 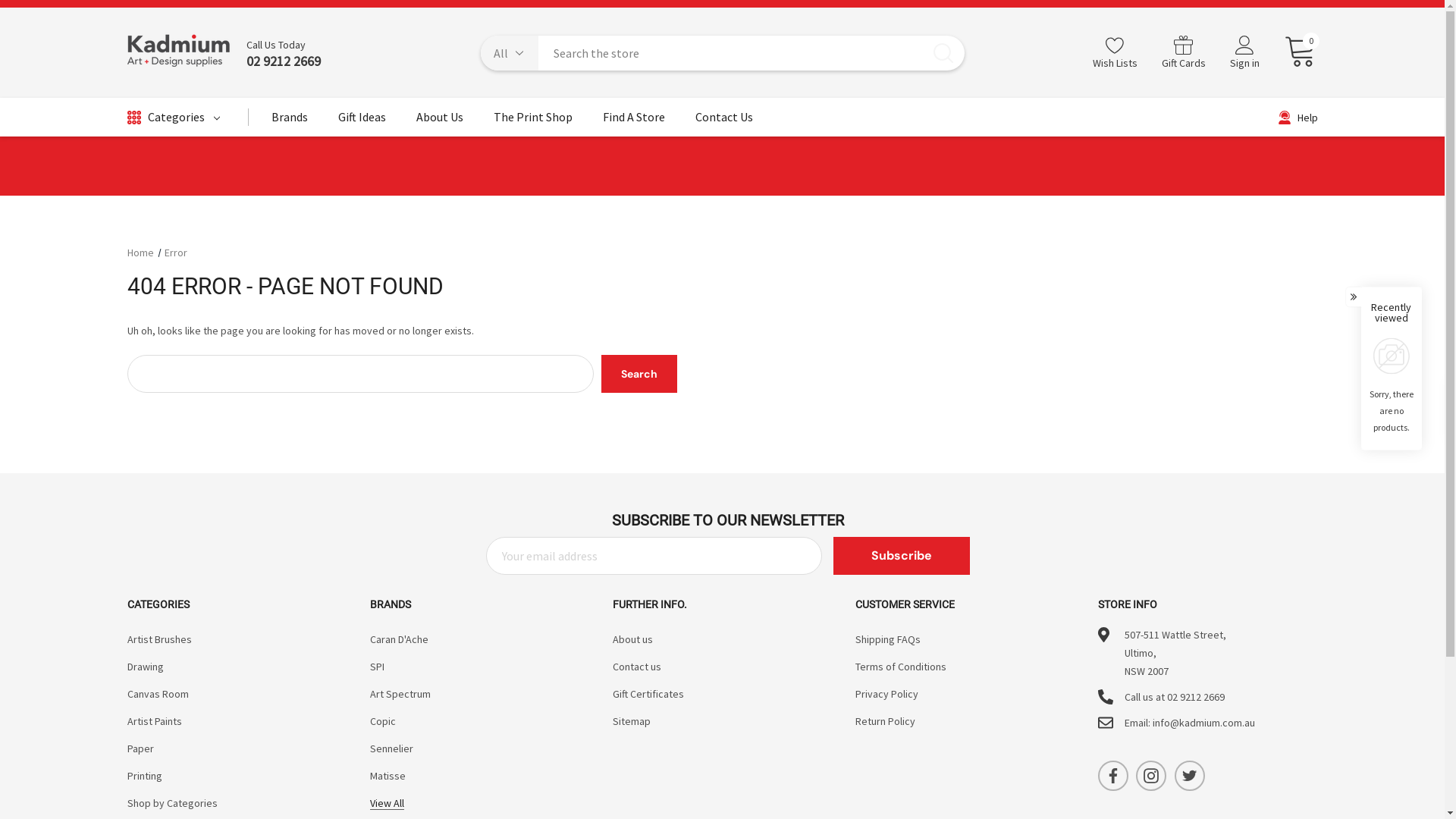 I want to click on 'Home', so click(x=140, y=251).